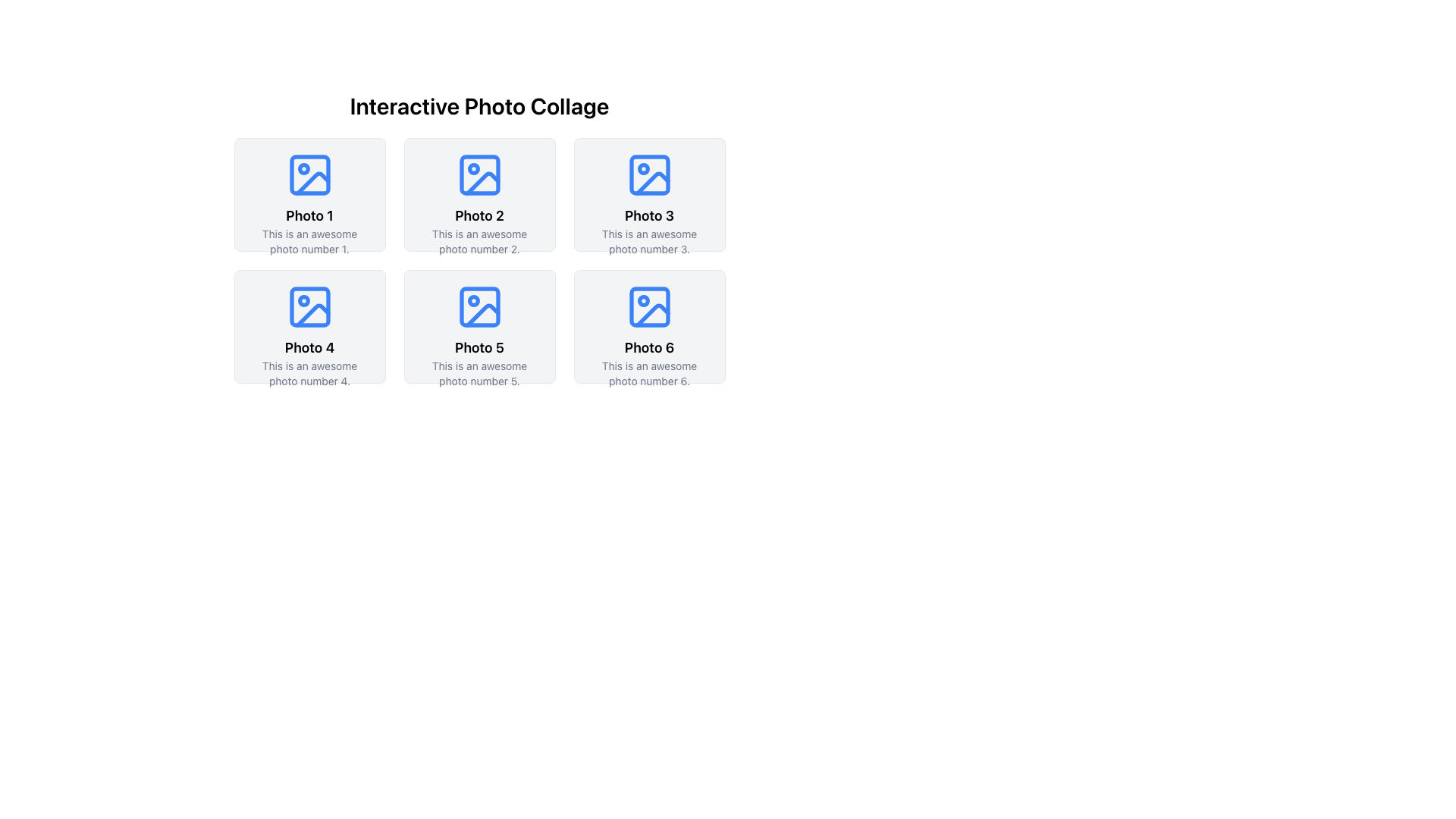 The height and width of the screenshot is (819, 1456). I want to click on the image icon located in the fourth card of a grid, positioned in the second row and first column, so click(309, 307).